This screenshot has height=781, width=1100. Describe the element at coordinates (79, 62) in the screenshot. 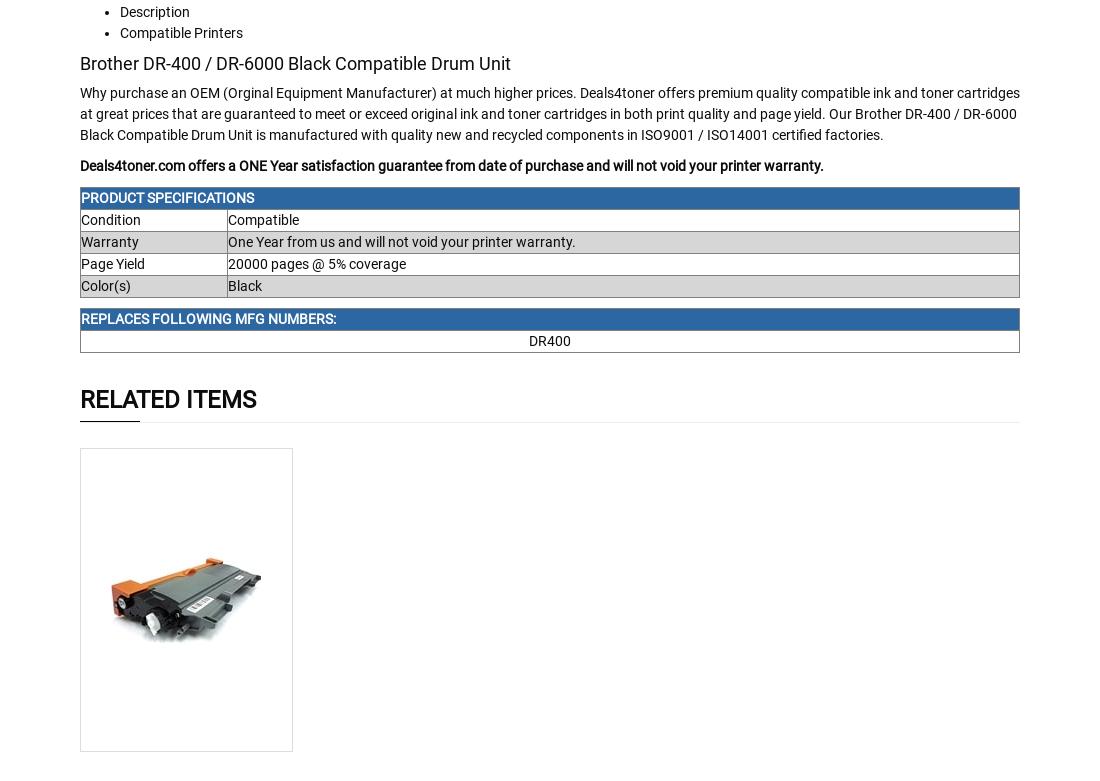

I see `'Brother DR-400 / DR-6000 Black Compatible Drum Unit'` at that location.